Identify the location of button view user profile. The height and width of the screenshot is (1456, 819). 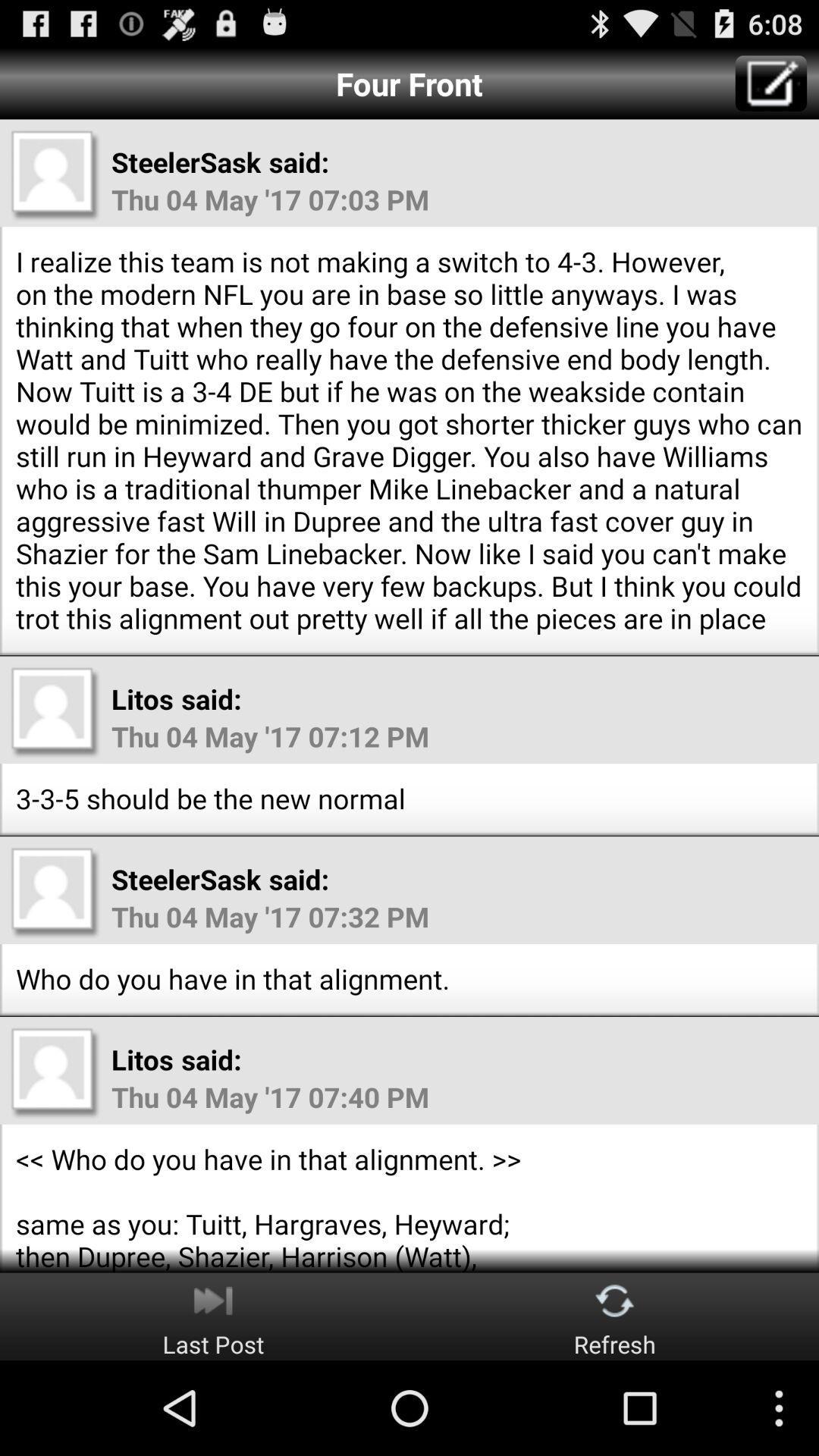
(55, 1072).